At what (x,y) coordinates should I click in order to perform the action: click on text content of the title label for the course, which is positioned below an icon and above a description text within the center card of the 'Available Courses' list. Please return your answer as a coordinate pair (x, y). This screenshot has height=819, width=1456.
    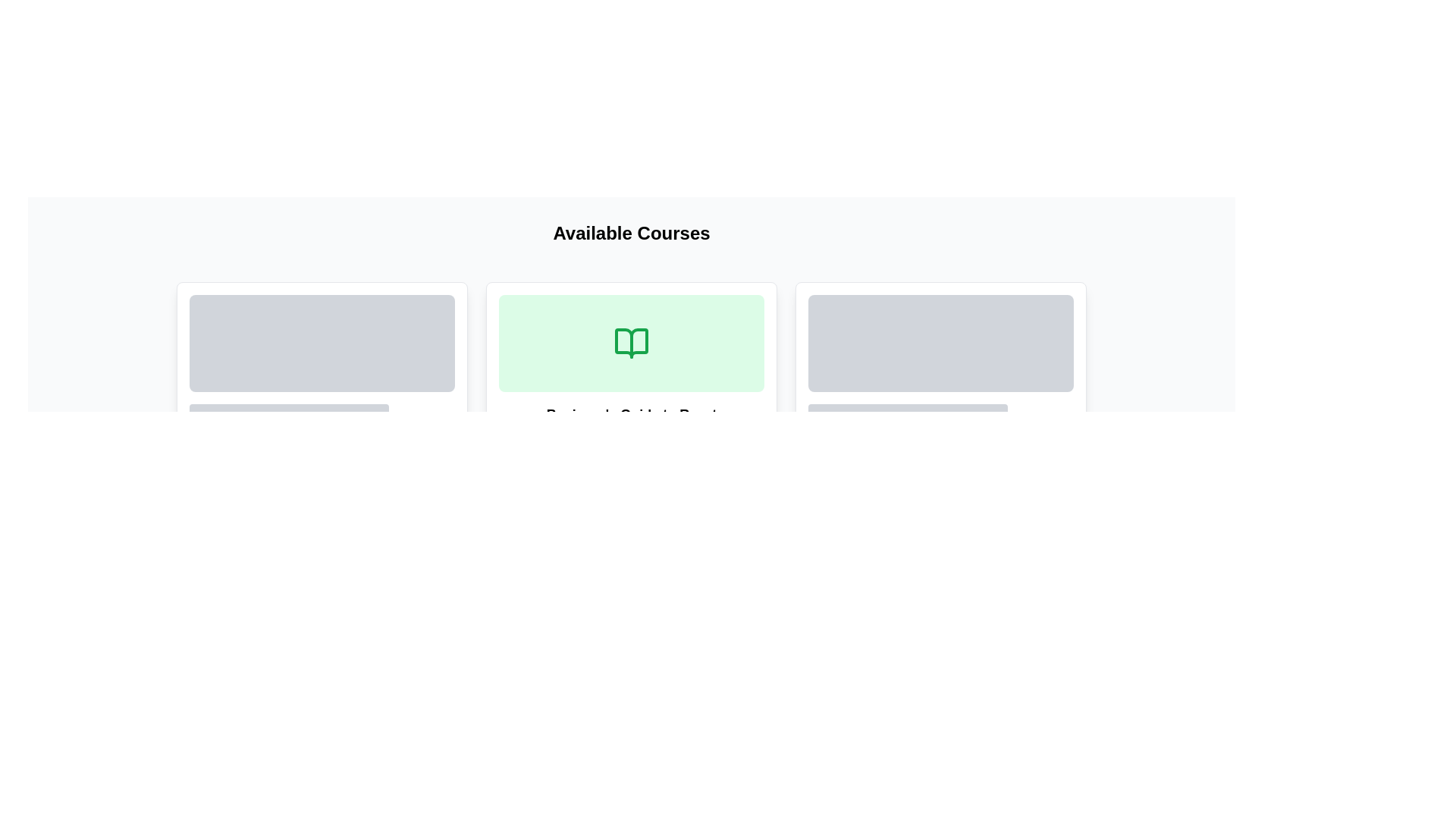
    Looking at the image, I should click on (632, 415).